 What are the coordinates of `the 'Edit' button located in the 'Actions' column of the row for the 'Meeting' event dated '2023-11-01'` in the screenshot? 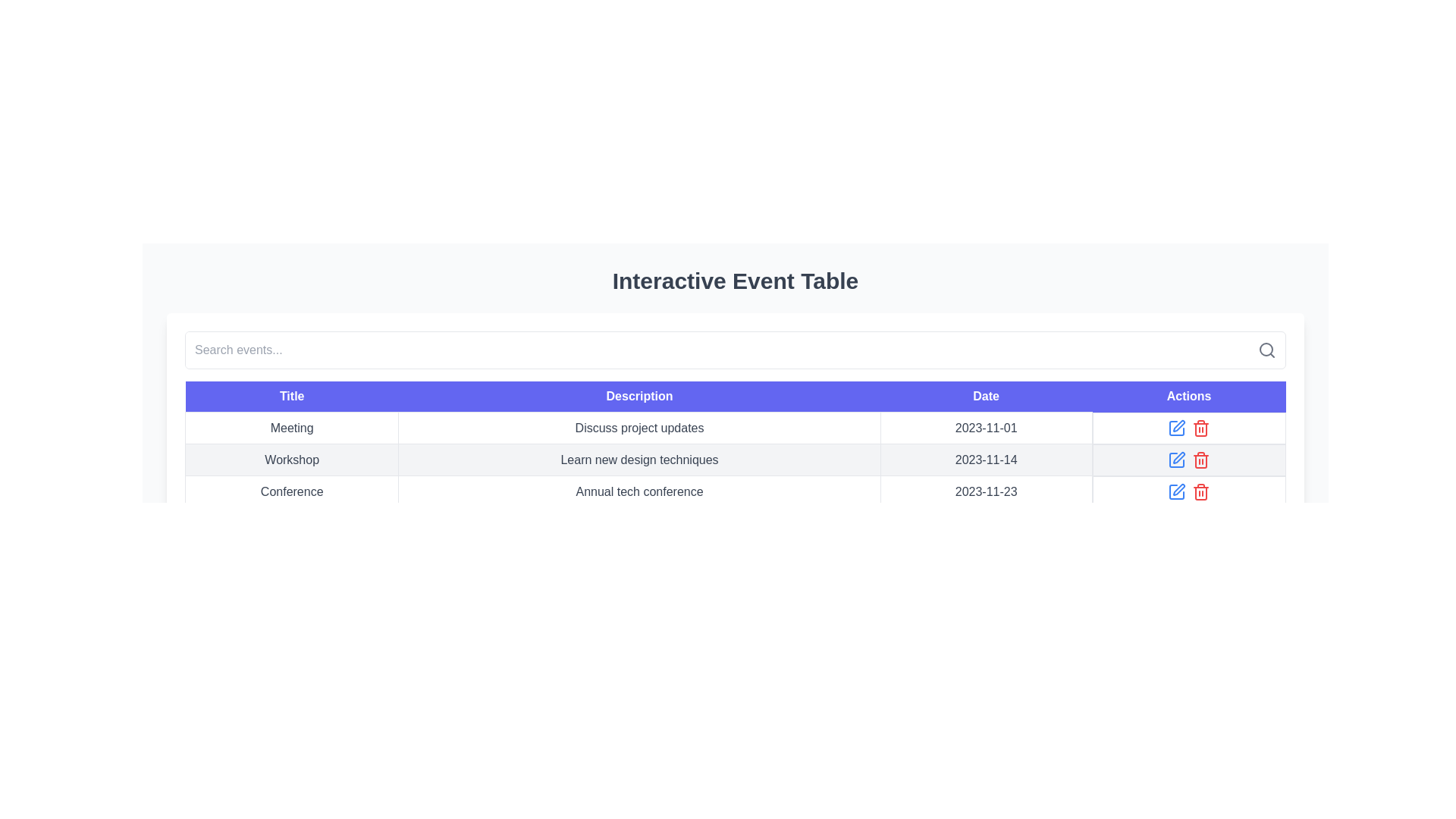 It's located at (1176, 428).